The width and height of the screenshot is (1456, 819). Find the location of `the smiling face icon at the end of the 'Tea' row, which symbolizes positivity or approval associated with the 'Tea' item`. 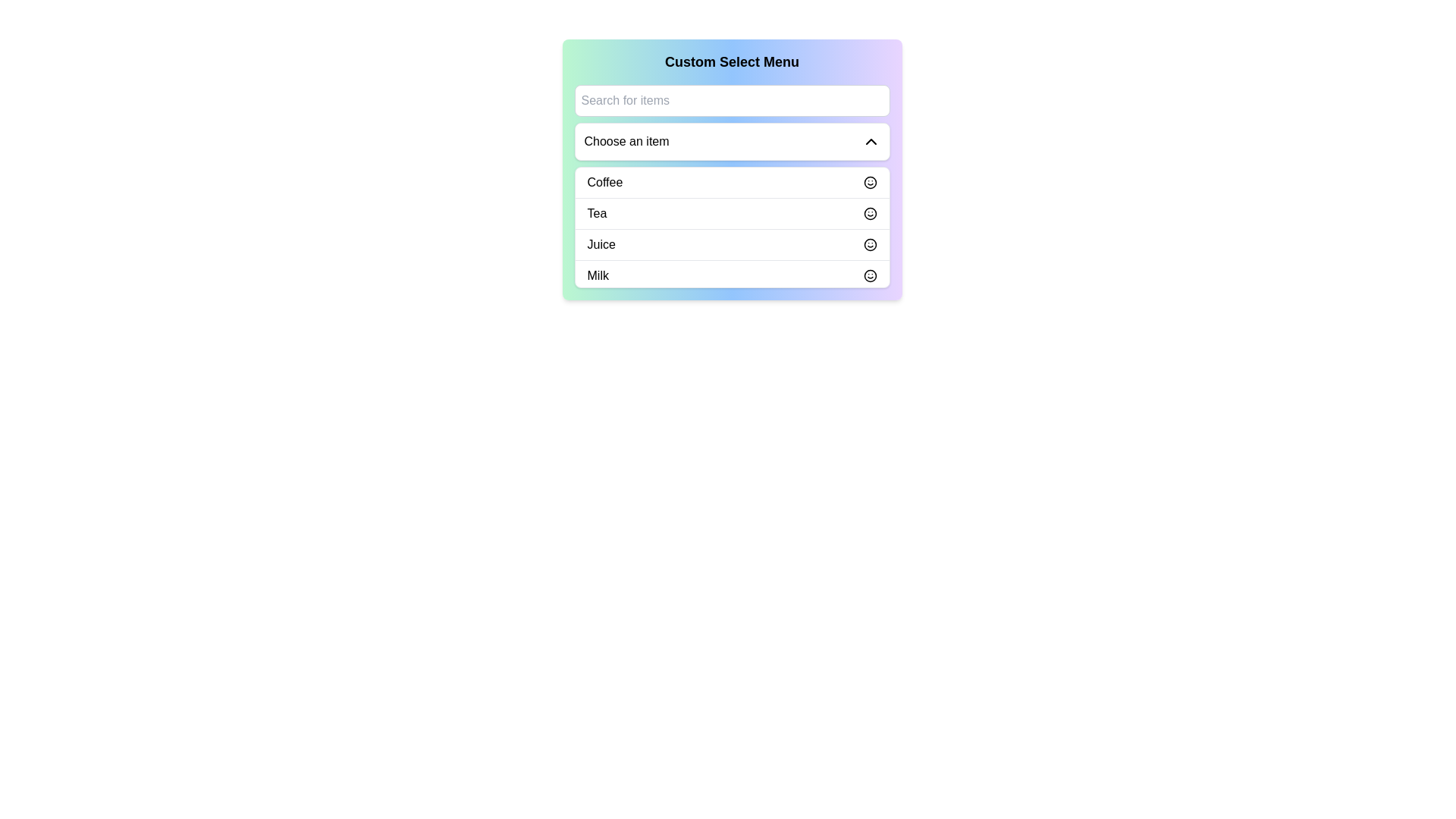

the smiling face icon at the end of the 'Tea' row, which symbolizes positivity or approval associated with the 'Tea' item is located at coordinates (870, 213).